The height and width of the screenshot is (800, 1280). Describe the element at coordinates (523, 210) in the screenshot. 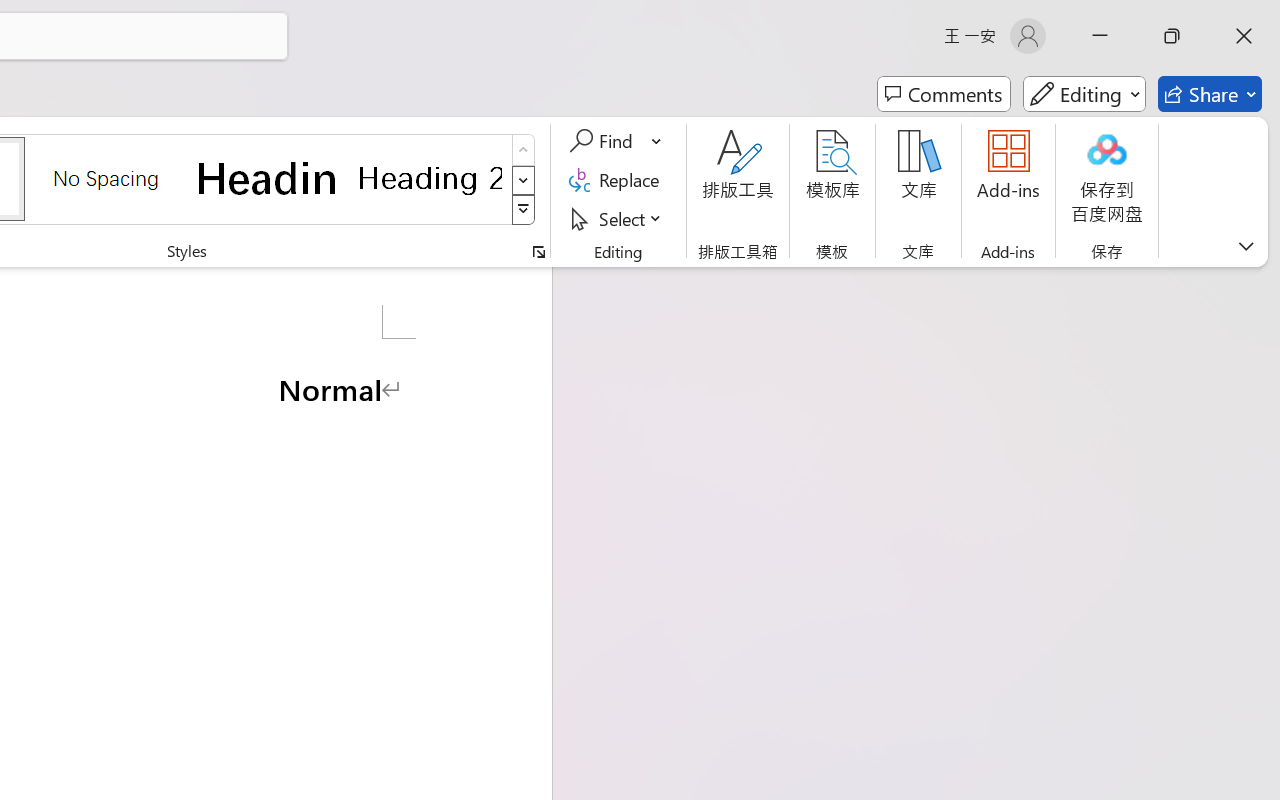

I see `'Styles'` at that location.